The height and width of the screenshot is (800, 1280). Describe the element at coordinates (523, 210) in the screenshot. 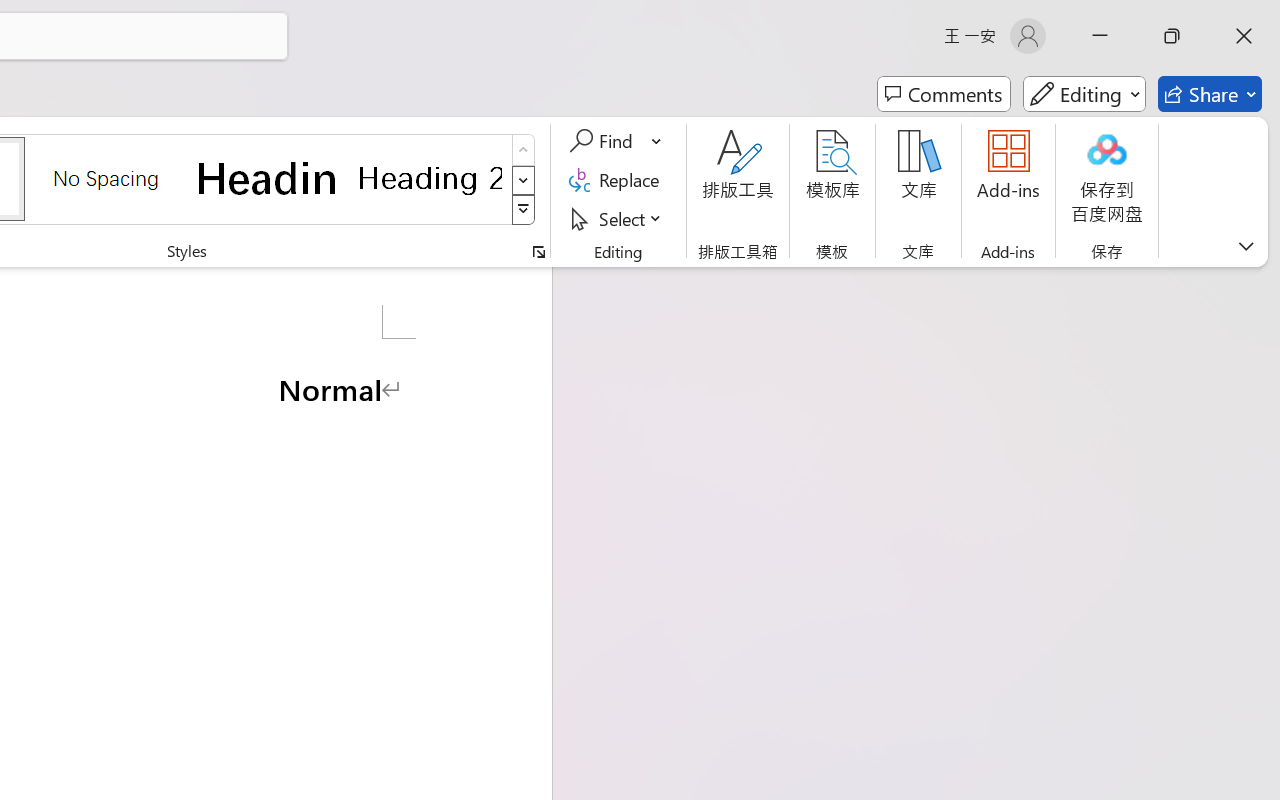

I see `'Styles'` at that location.